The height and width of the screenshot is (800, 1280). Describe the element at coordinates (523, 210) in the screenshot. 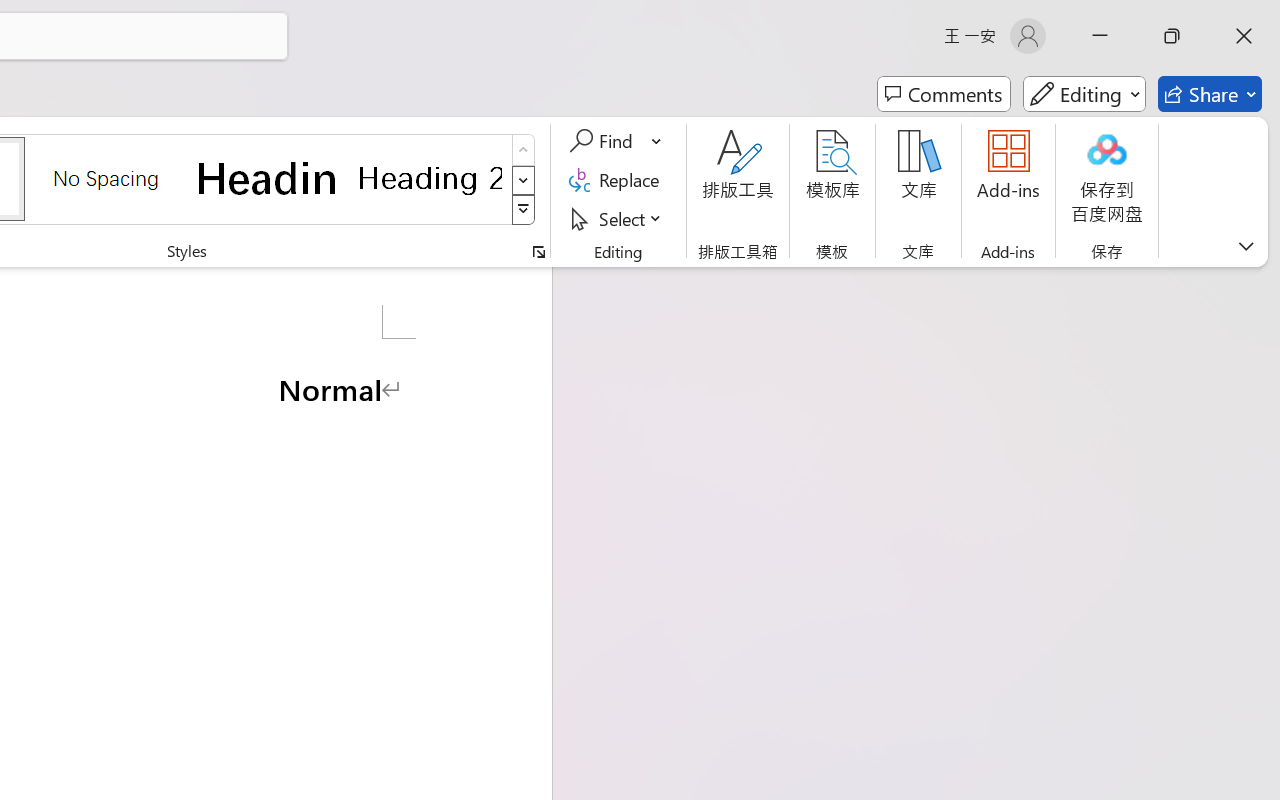

I see `'Styles'` at that location.